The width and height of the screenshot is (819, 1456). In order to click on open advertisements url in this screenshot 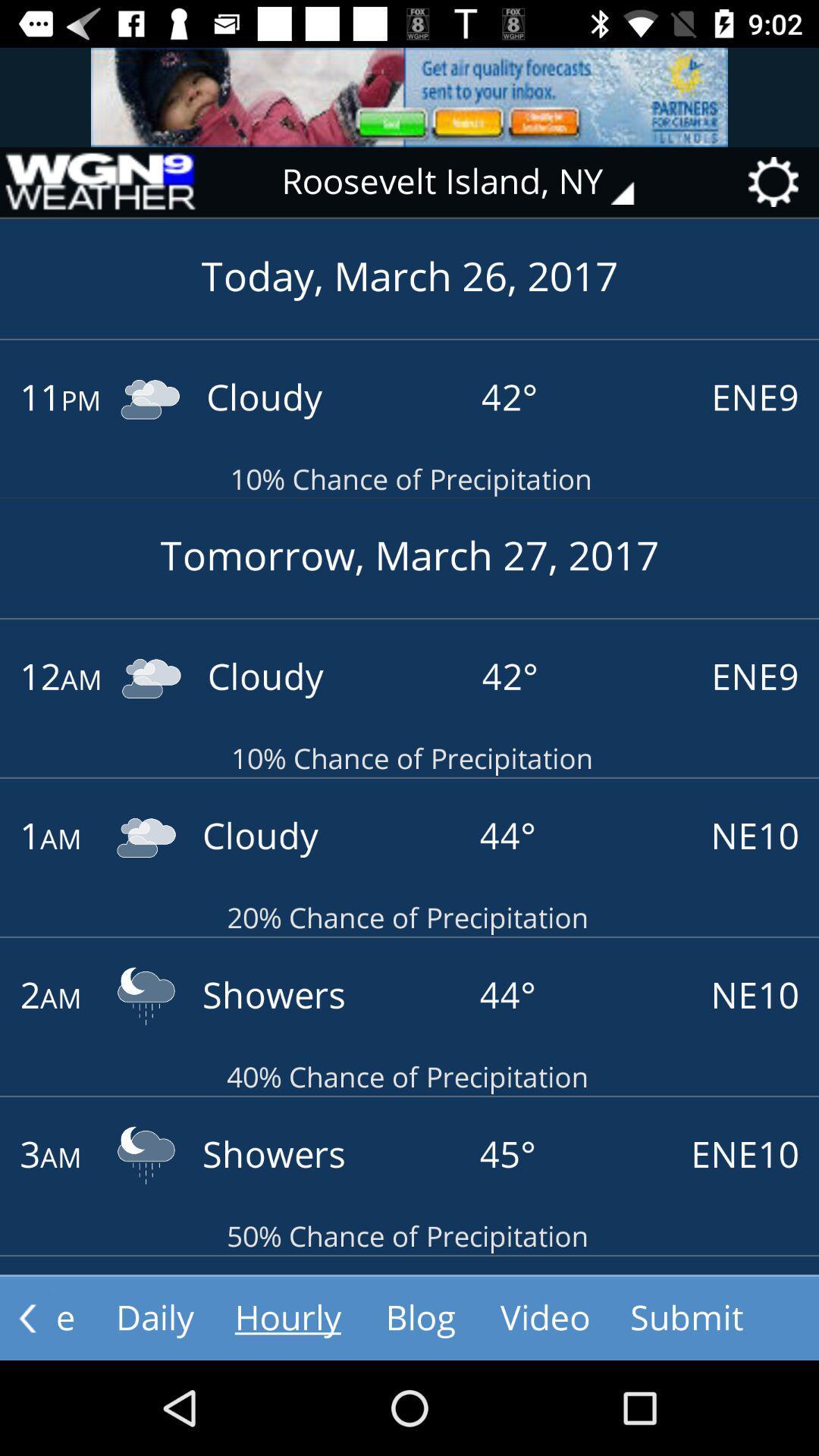, I will do `click(409, 96)`.